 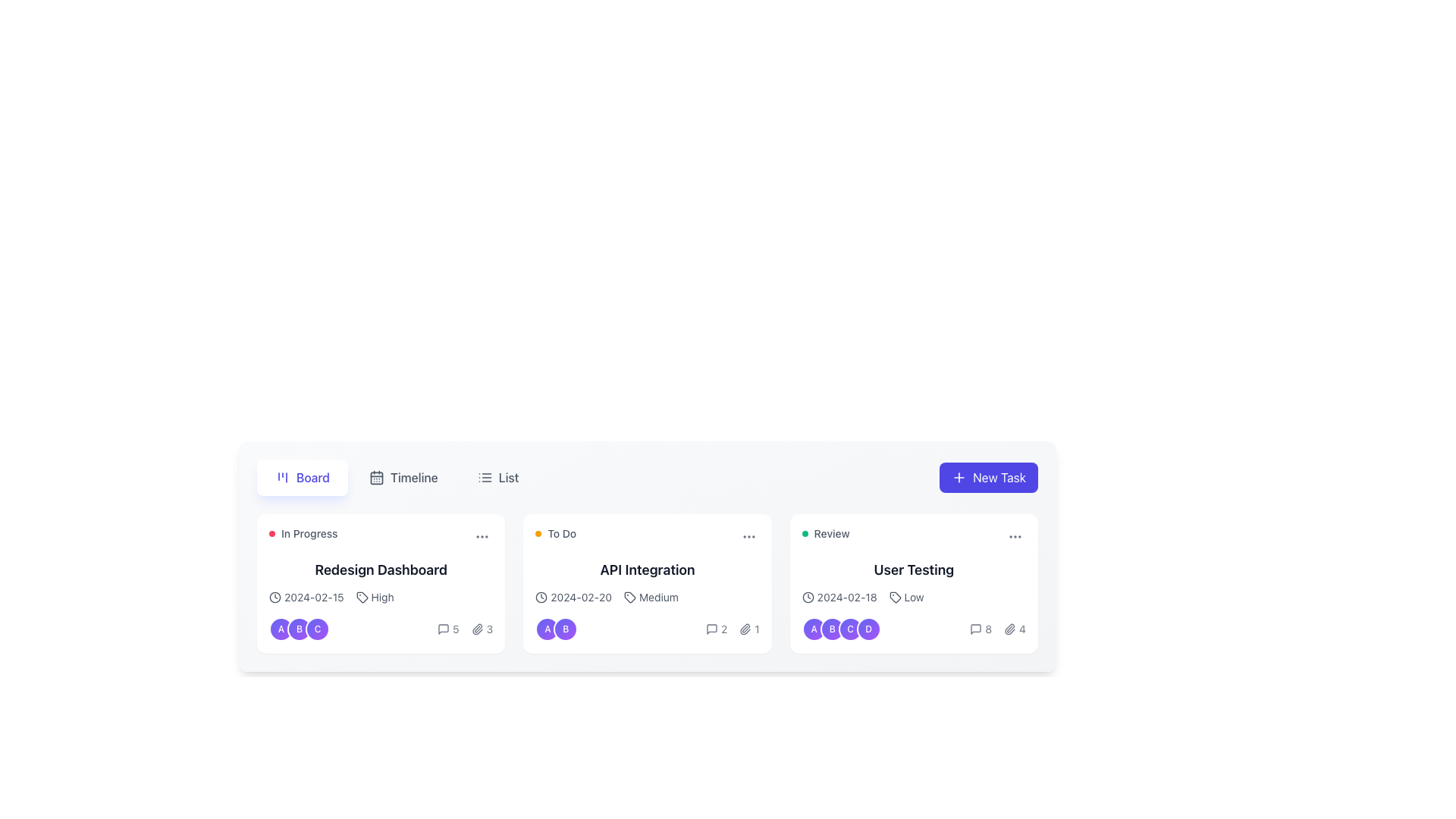 What do you see at coordinates (976, 629) in the screenshot?
I see `the comment icon associated with the 'User Testing' task` at bounding box center [976, 629].